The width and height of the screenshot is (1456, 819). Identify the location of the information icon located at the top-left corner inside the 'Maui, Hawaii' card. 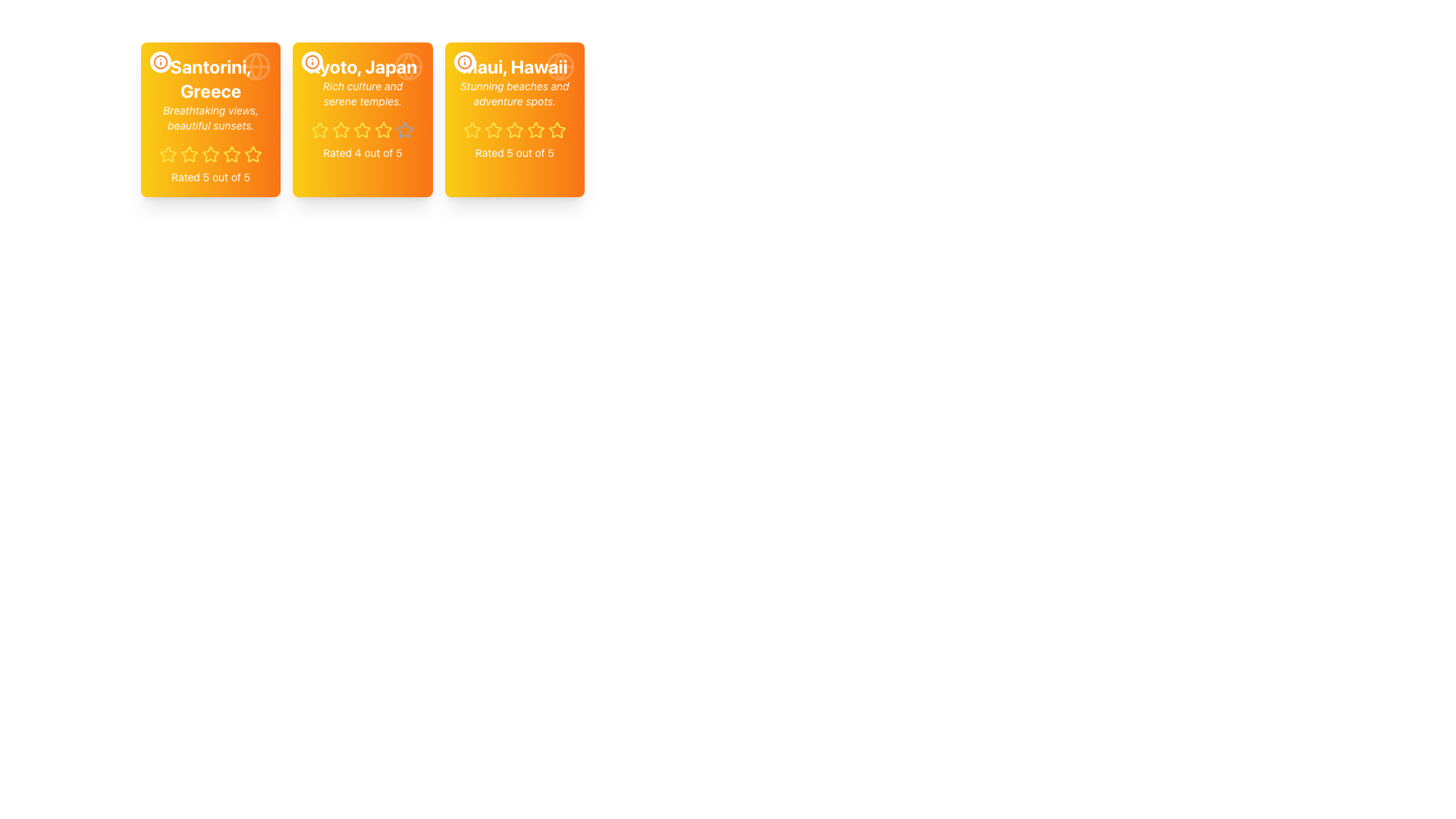
(463, 61).